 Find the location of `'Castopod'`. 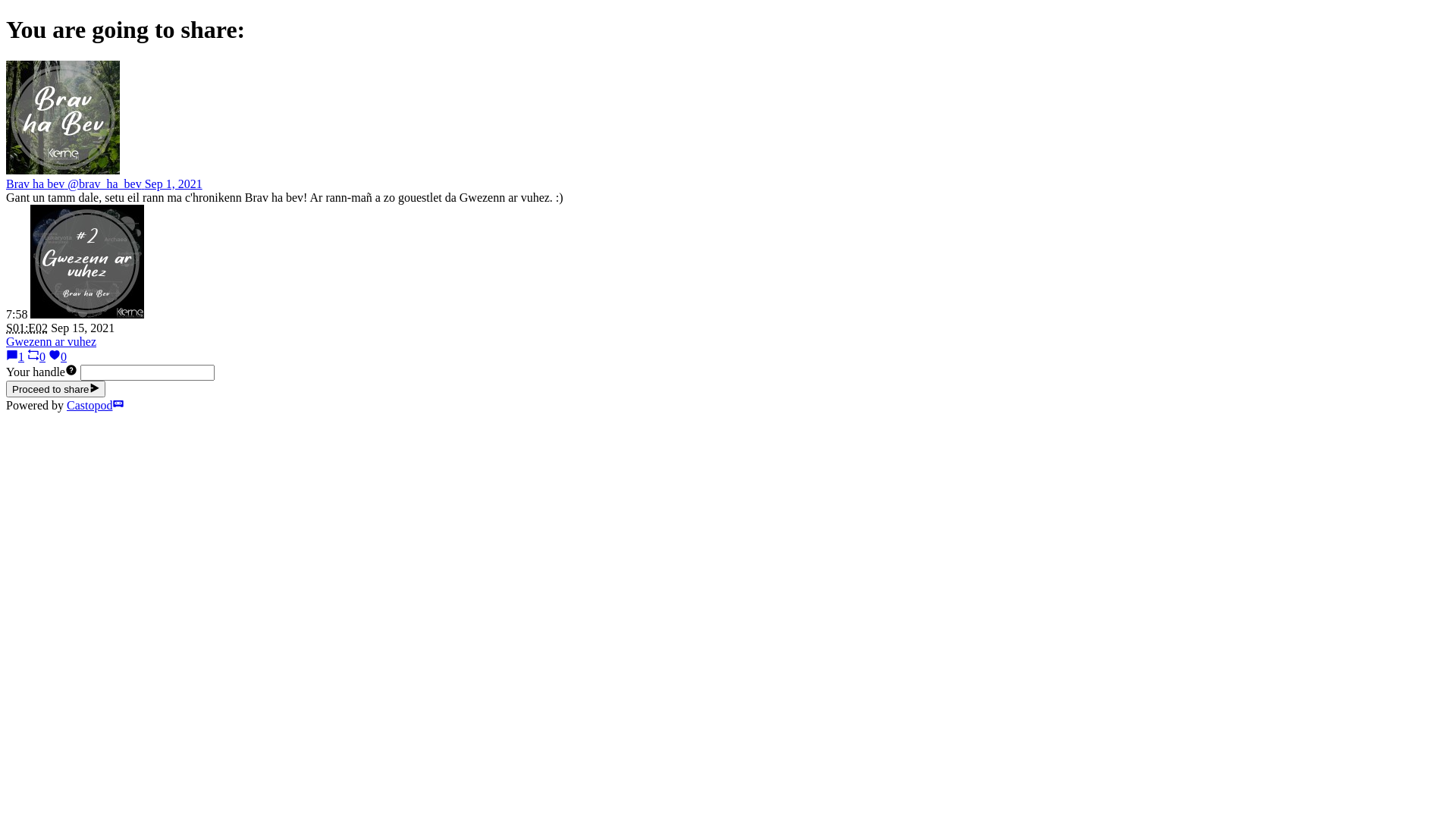

'Castopod' is located at coordinates (94, 404).